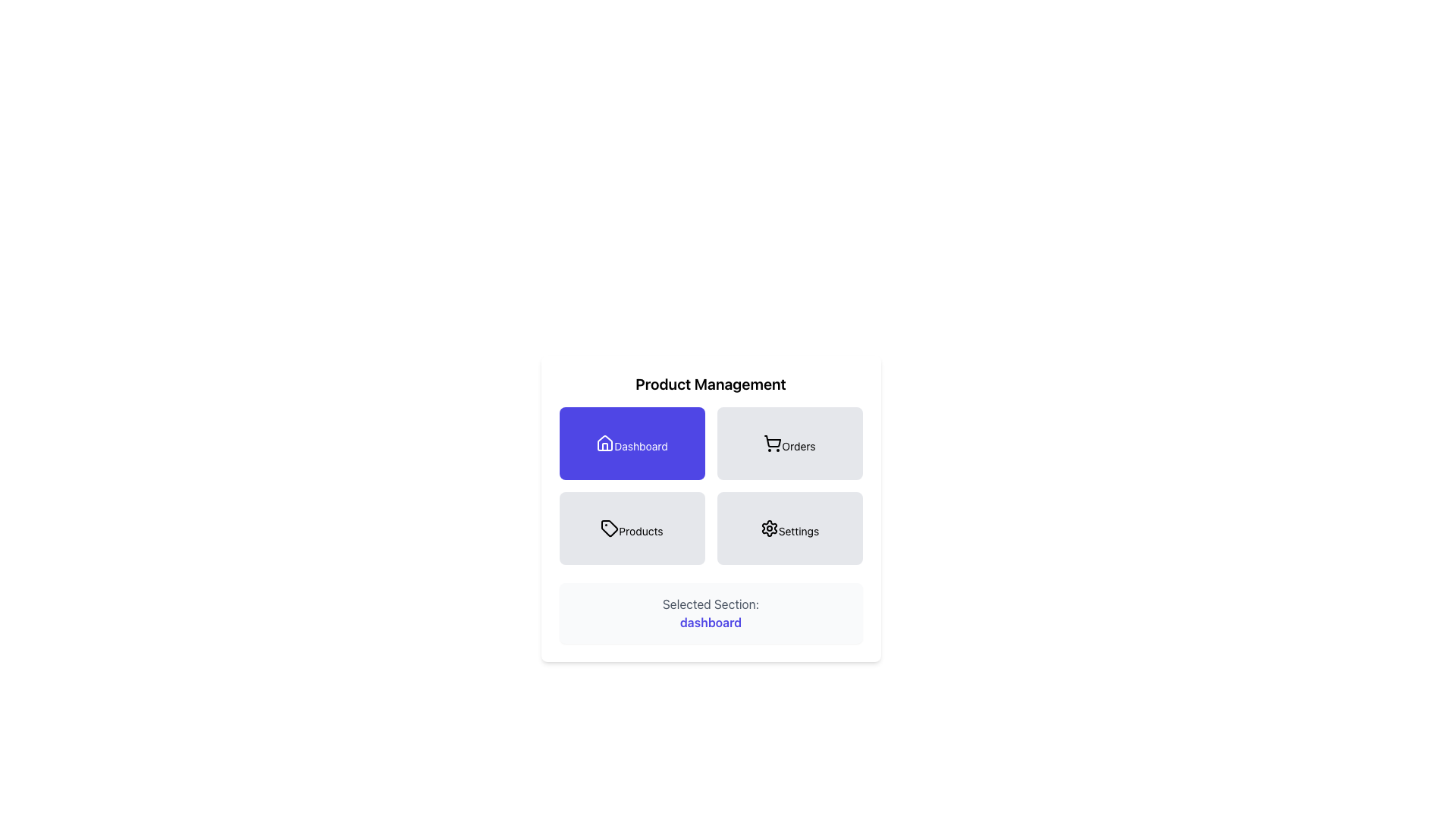 This screenshot has width=1456, height=819. Describe the element at coordinates (641, 531) in the screenshot. I see `the 'Products' text label located in the bottom-left card of the 2x2 grid of menu options` at that location.